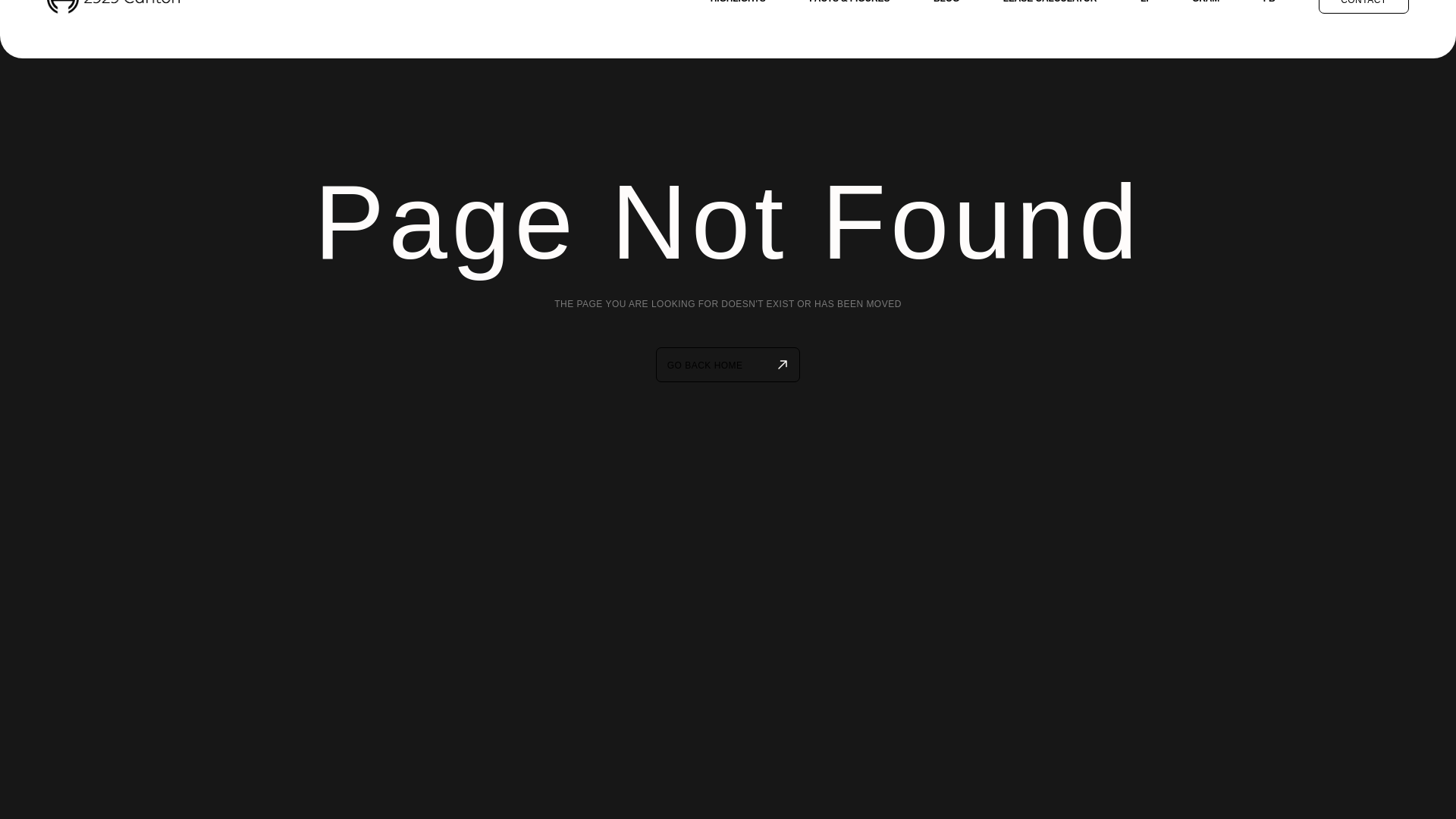 The height and width of the screenshot is (819, 1456). I want to click on 'GO BACK HOME', so click(728, 365).